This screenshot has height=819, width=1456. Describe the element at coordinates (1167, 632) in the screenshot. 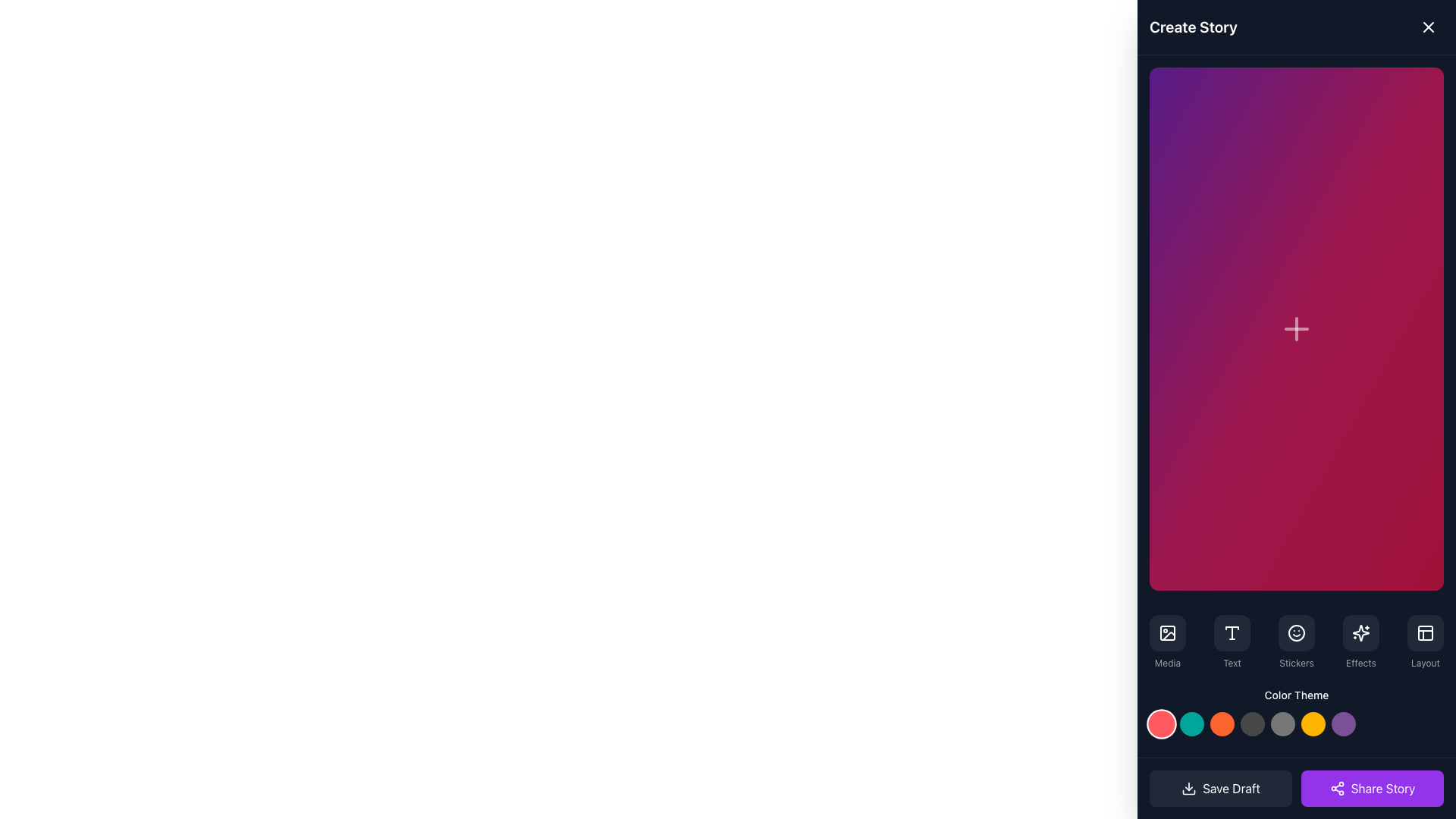

I see `the main rectangular button within the icon located at the lower portion of the right sidebar` at that location.